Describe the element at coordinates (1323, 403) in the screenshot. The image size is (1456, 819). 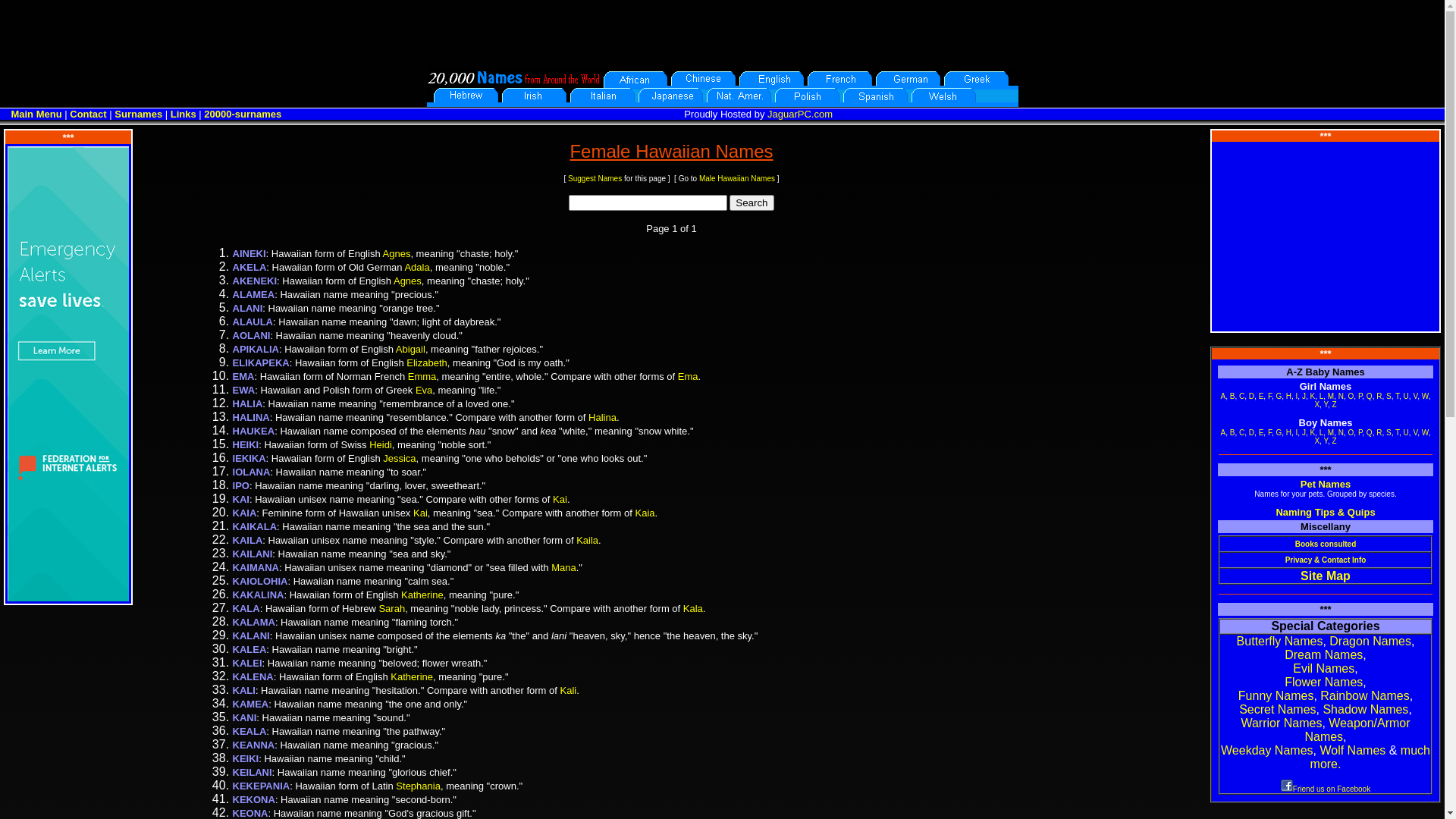
I see `'Y'` at that location.